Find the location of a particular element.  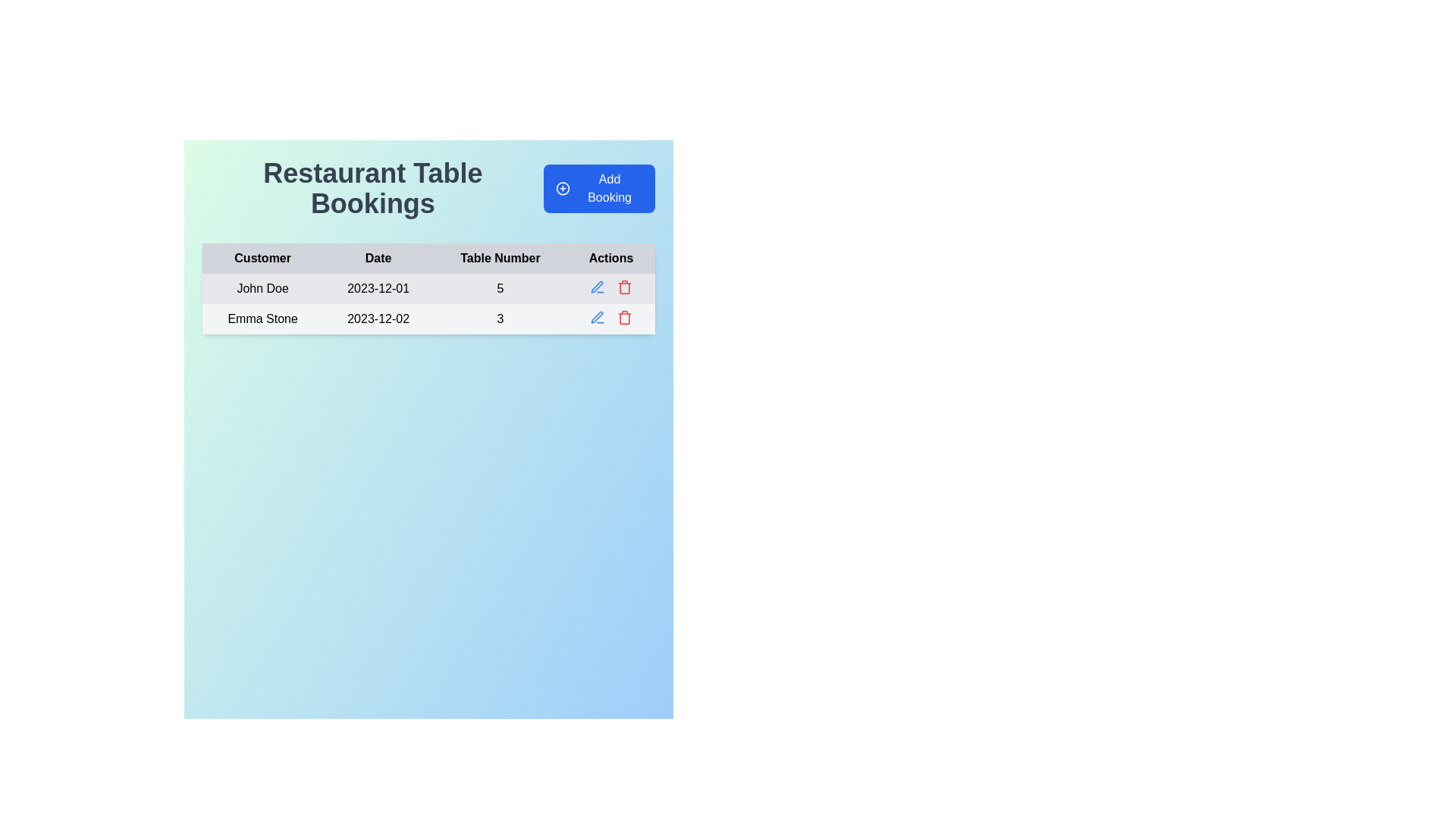

the trash bin icon representing the deletion action for the row labeled 'Emma Stone' in the 'Actions' column is located at coordinates (625, 288).